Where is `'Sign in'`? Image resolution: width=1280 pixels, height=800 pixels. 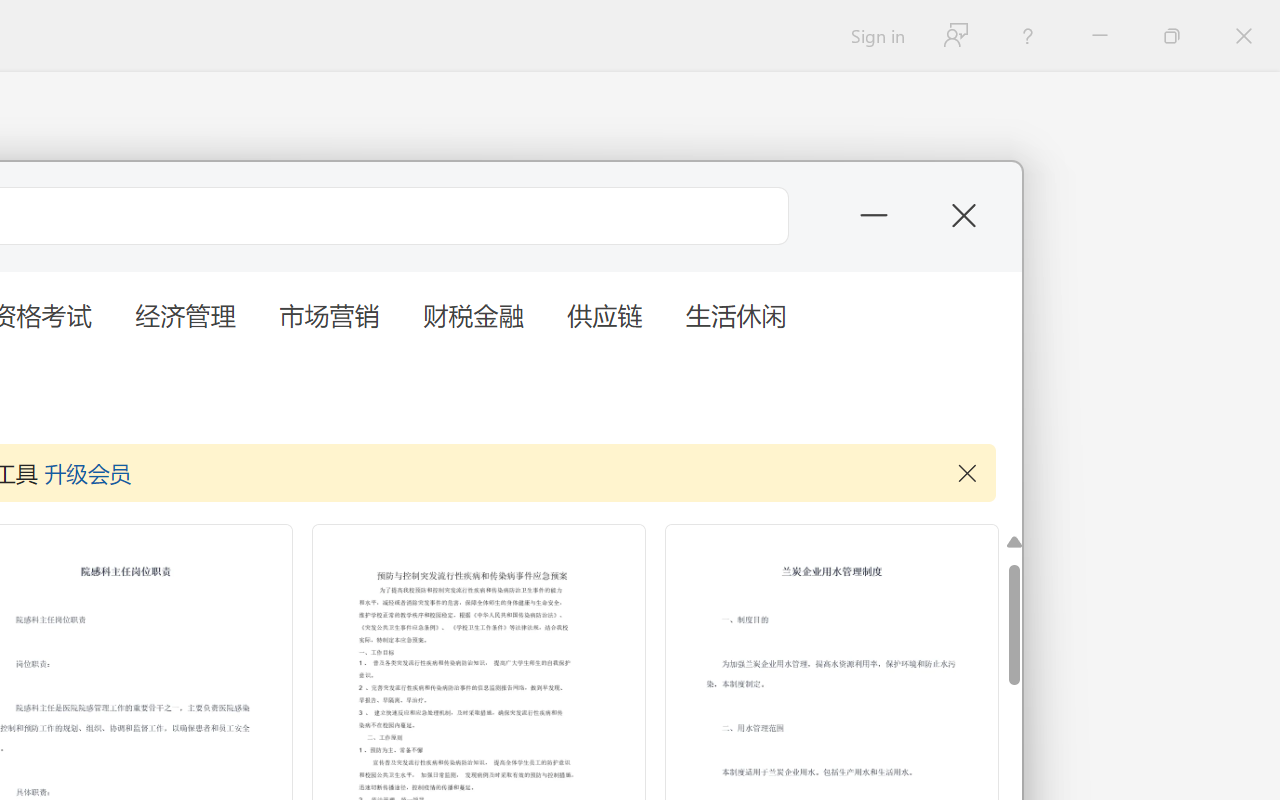 'Sign in' is located at coordinates (876, 34).